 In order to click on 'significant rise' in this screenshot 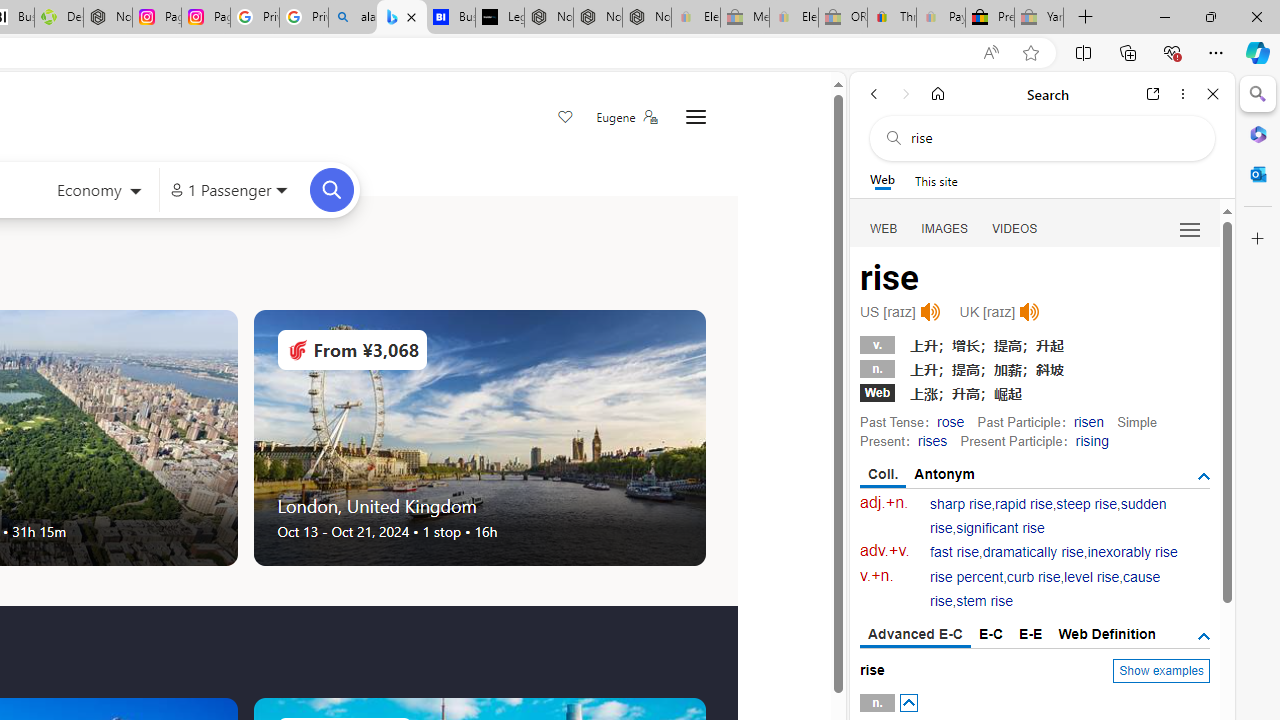, I will do `click(1000, 527)`.